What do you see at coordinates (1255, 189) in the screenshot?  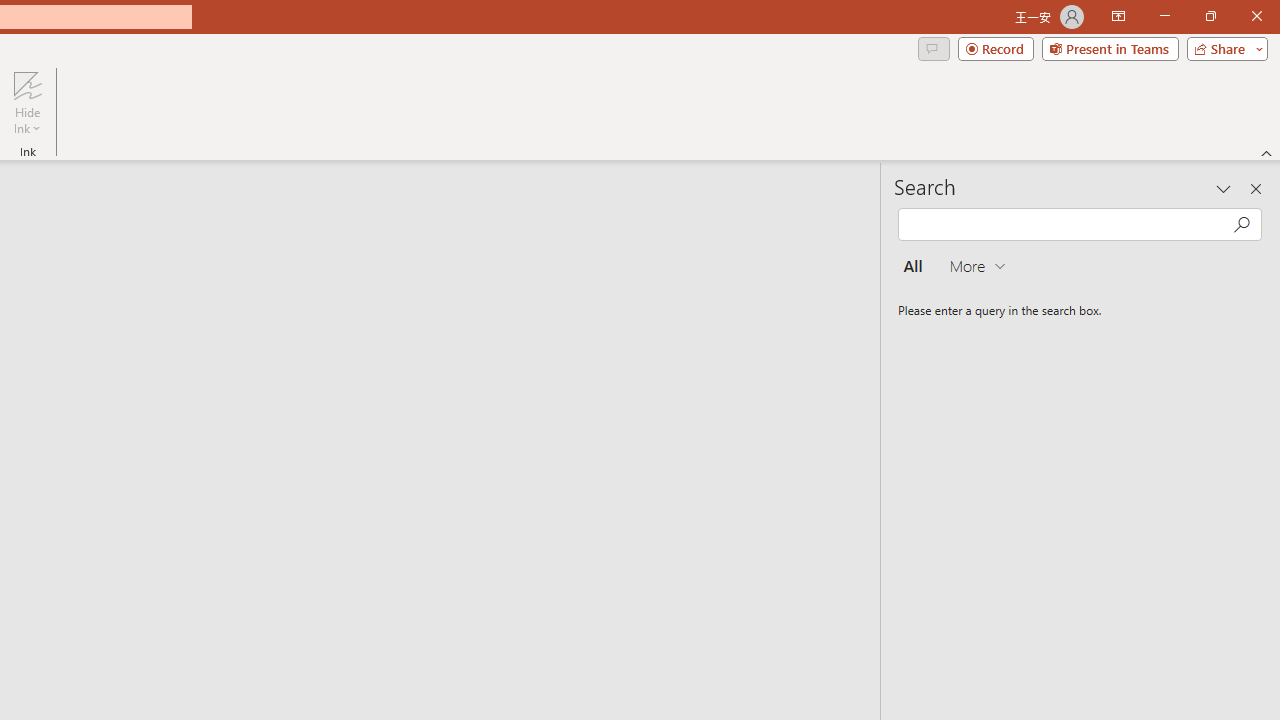 I see `'Close pane'` at bounding box center [1255, 189].